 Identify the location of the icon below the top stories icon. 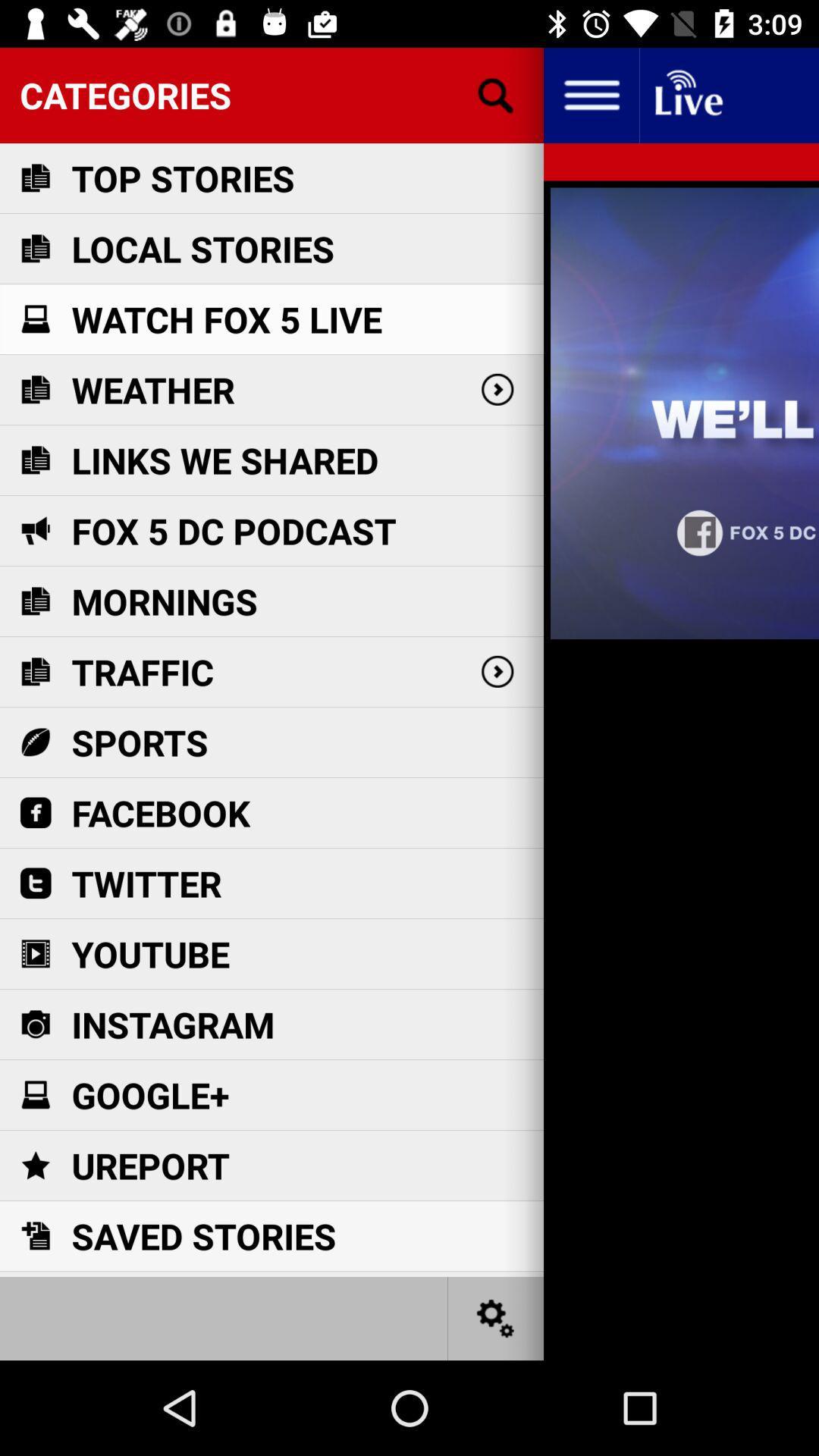
(202, 249).